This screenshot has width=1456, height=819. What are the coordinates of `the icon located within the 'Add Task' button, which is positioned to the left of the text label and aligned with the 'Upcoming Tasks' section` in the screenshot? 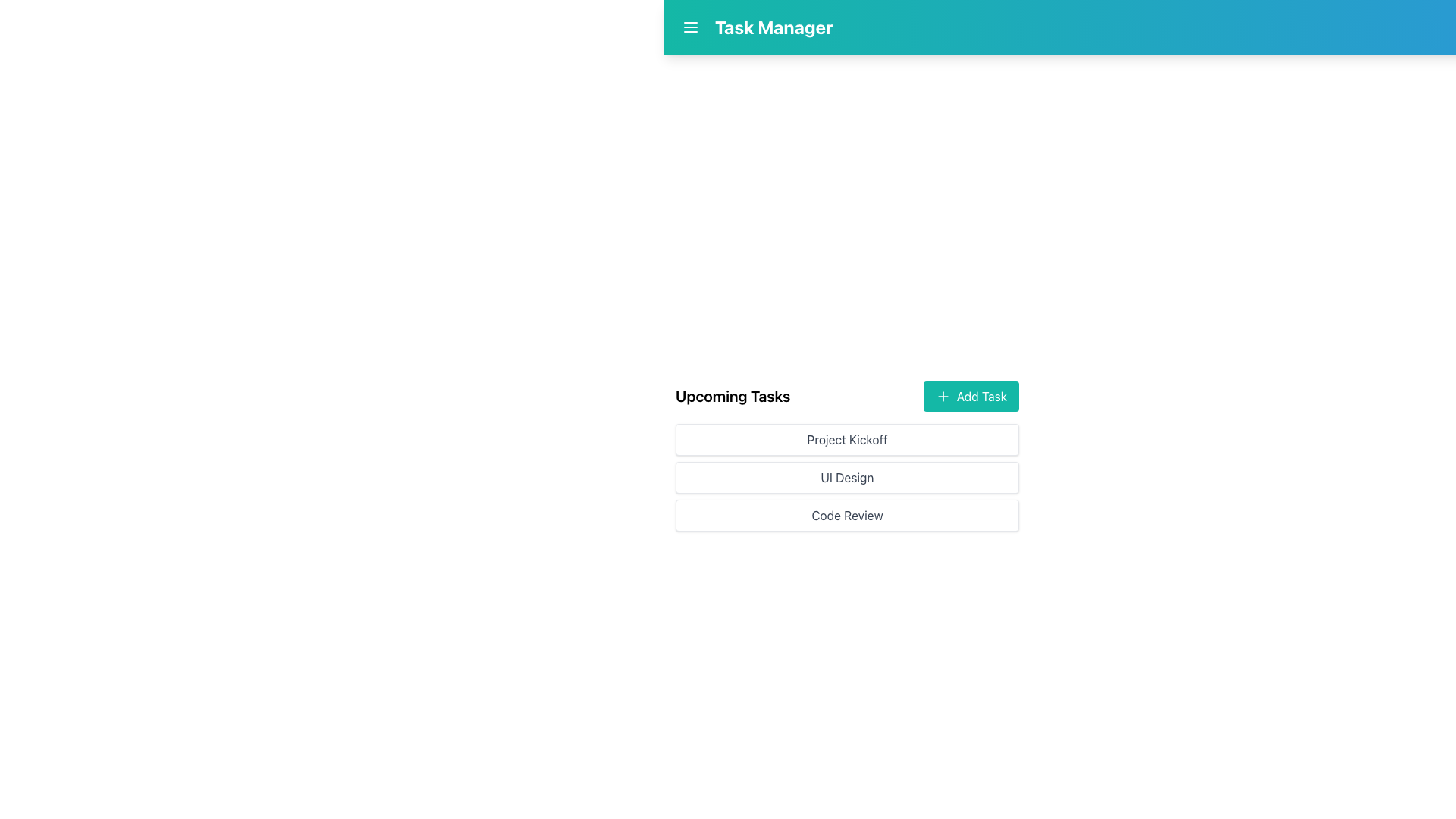 It's located at (942, 396).